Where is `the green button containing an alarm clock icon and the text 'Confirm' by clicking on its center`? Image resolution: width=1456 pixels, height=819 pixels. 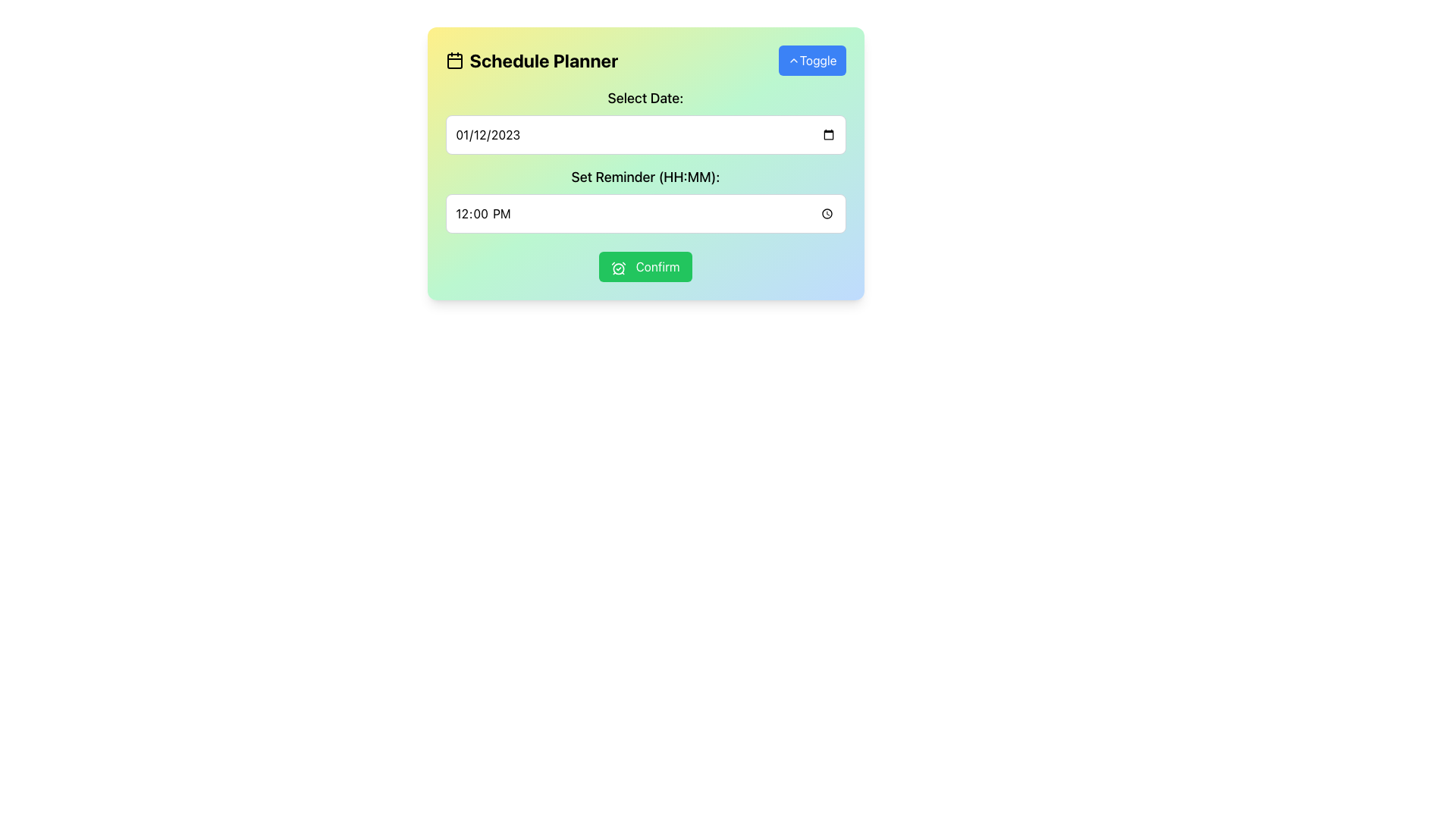 the green button containing an alarm clock icon and the text 'Confirm' by clicking on its center is located at coordinates (619, 267).